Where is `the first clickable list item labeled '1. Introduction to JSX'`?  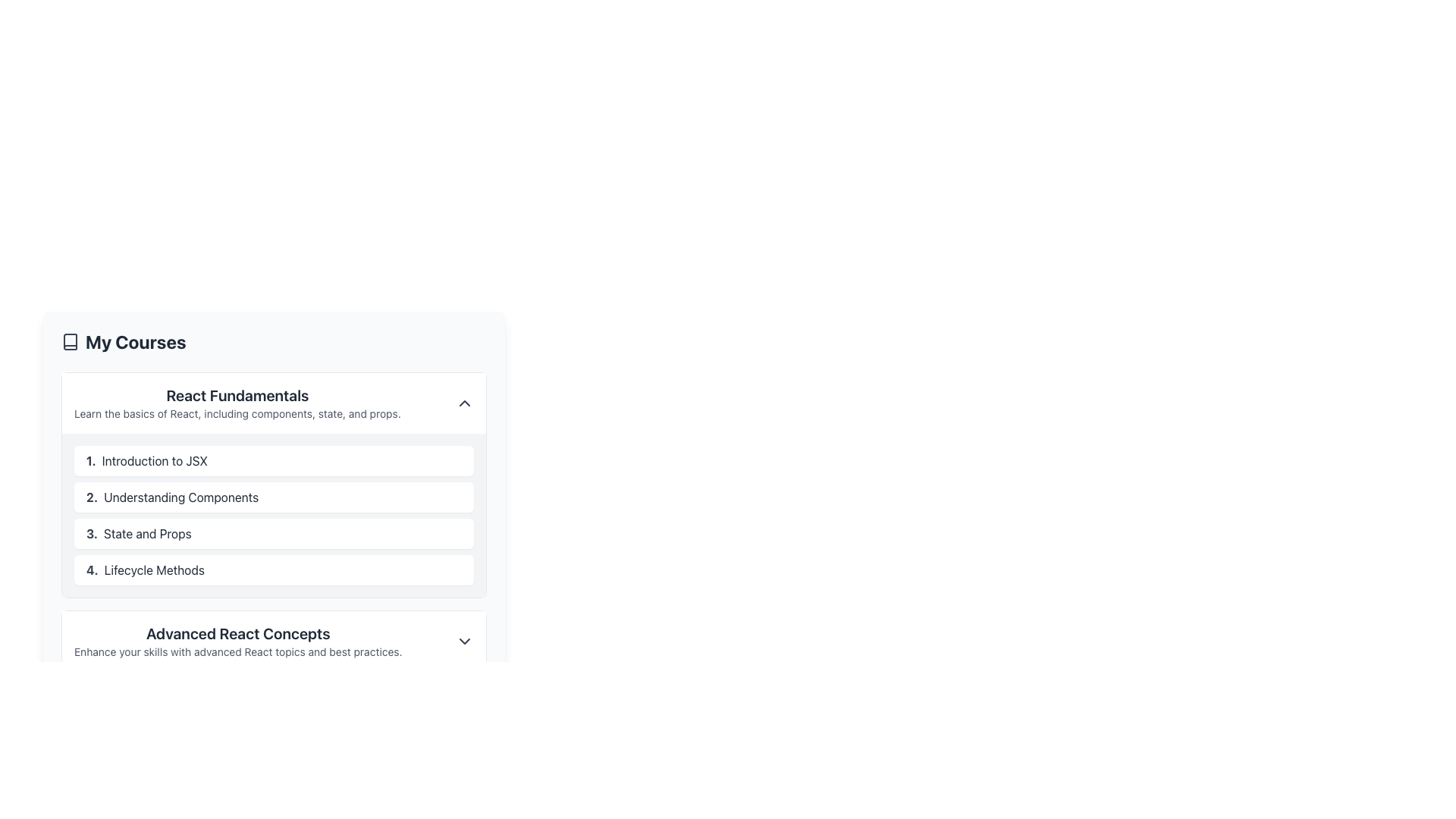
the first clickable list item labeled '1. Introduction to JSX' is located at coordinates (274, 460).